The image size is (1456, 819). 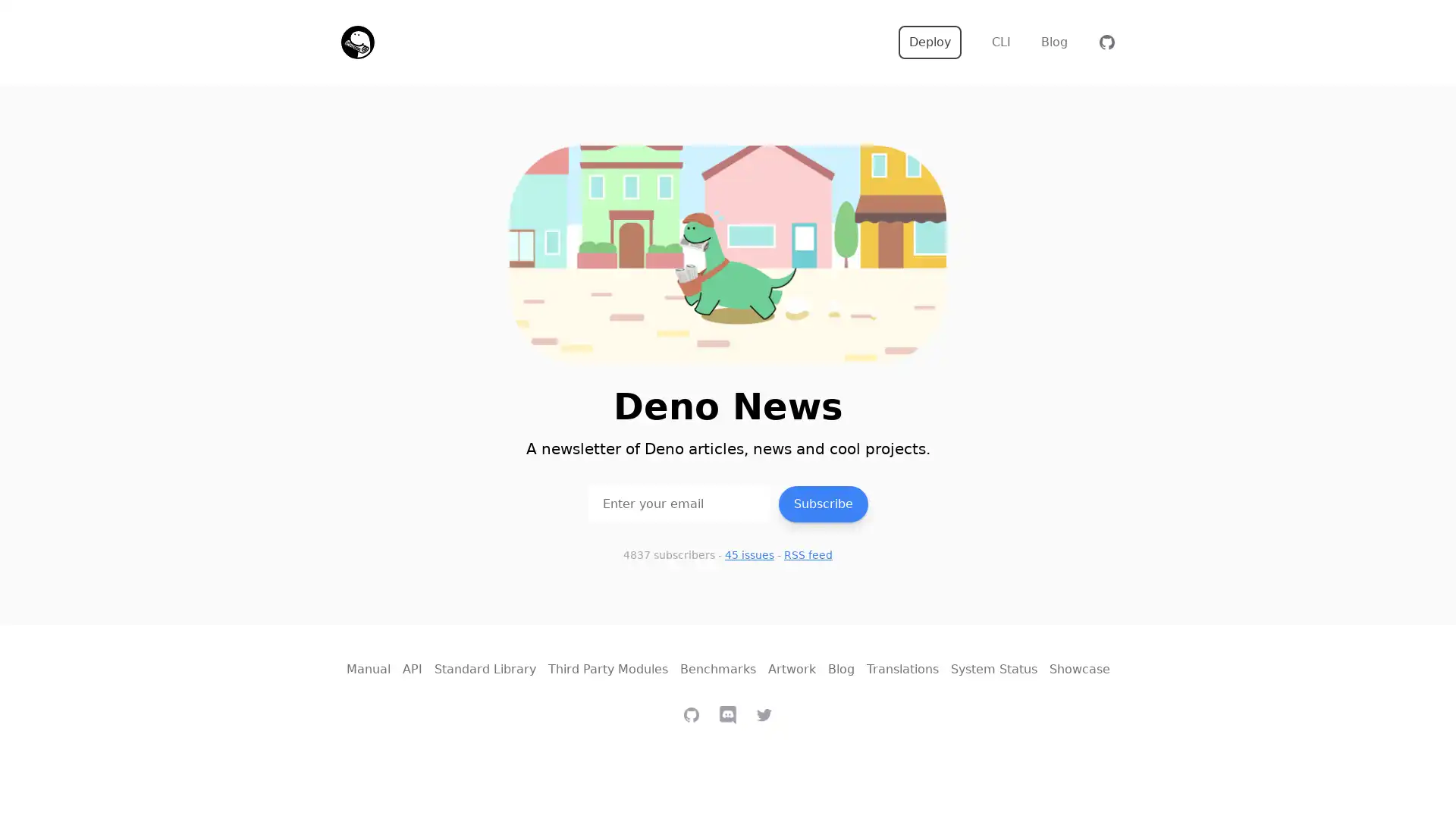 What do you see at coordinates (822, 503) in the screenshot?
I see `Subscribe` at bounding box center [822, 503].